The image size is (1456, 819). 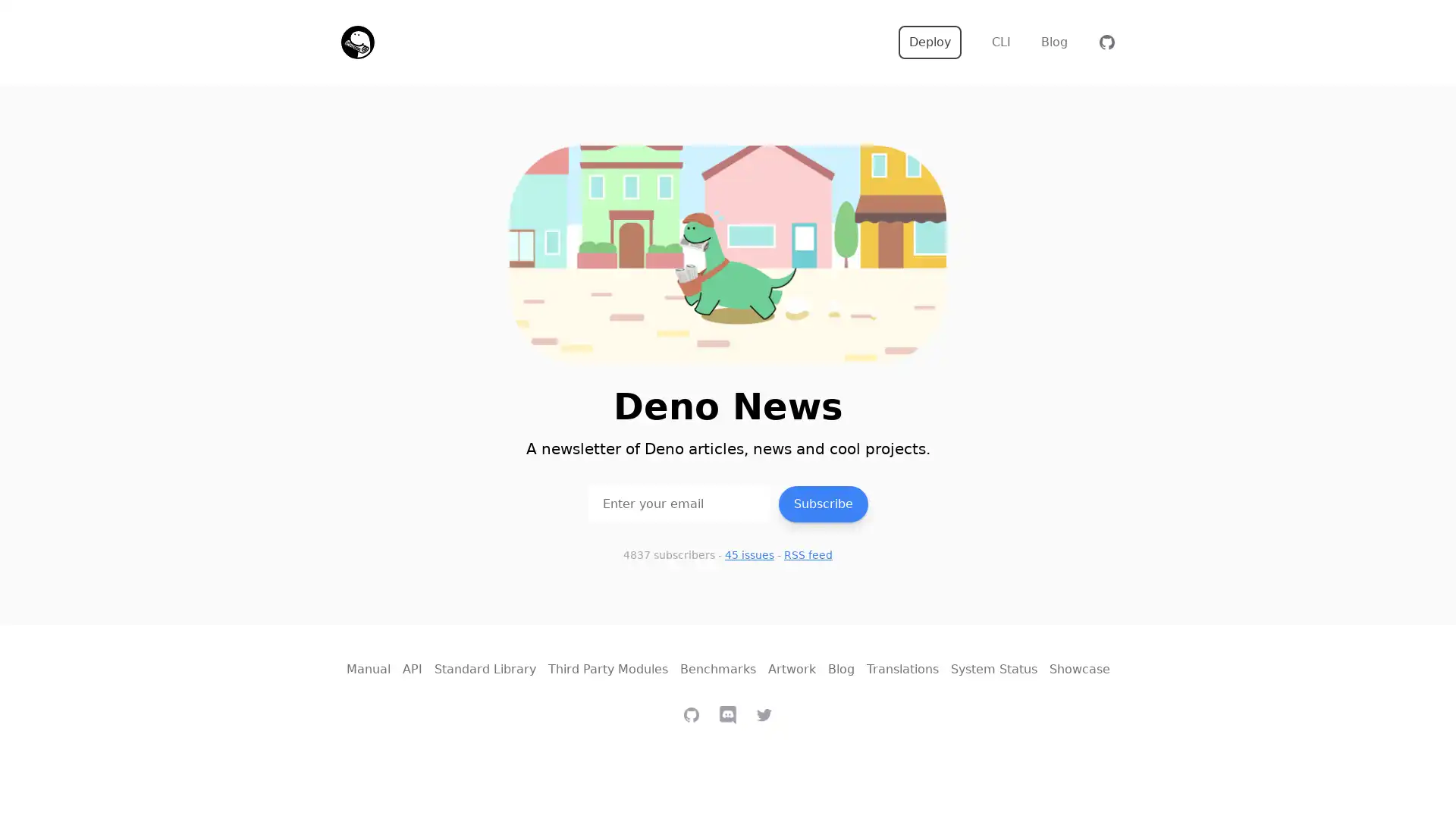 What do you see at coordinates (822, 503) in the screenshot?
I see `Subscribe` at bounding box center [822, 503].